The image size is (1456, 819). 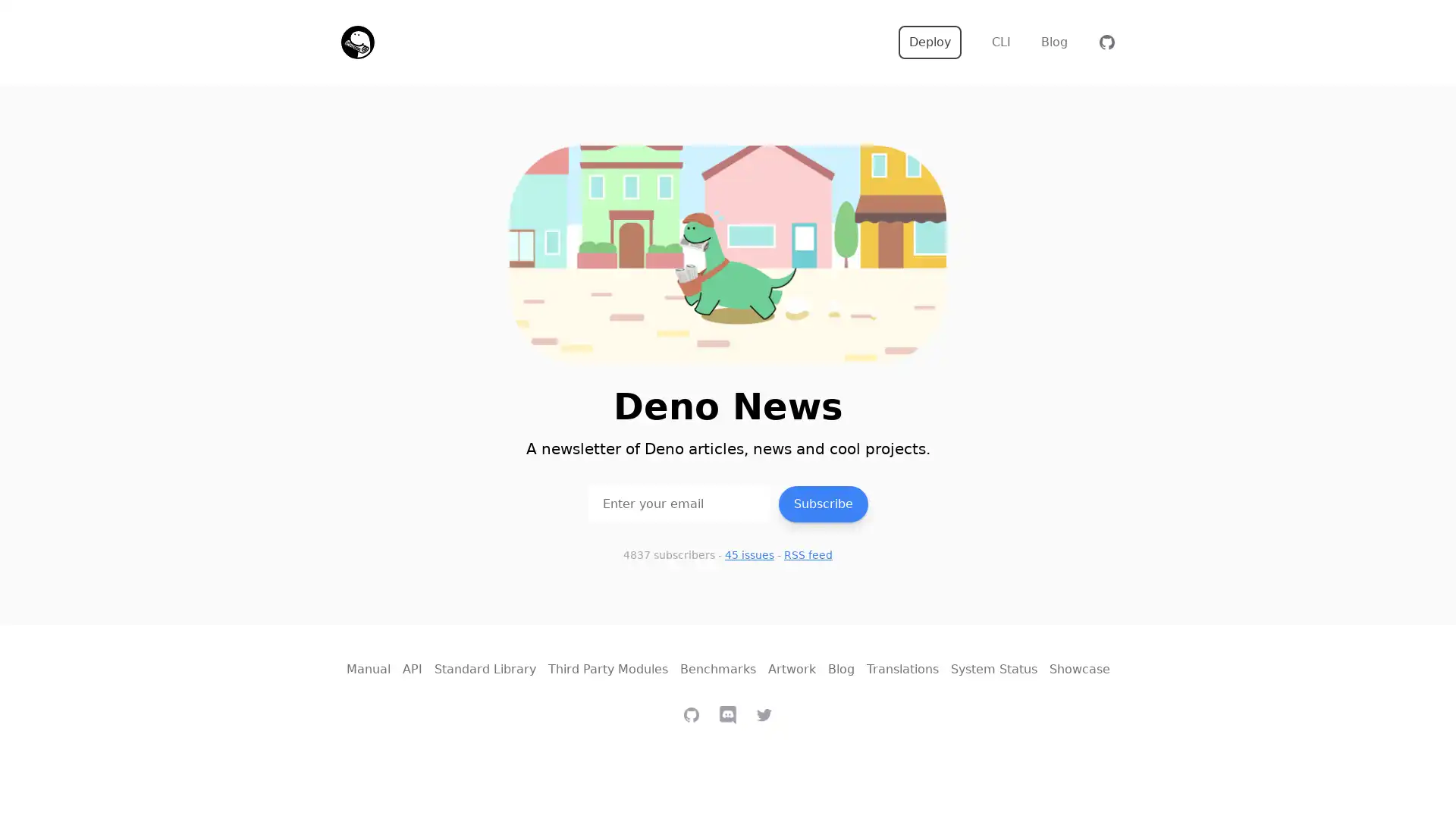 What do you see at coordinates (822, 503) in the screenshot?
I see `Subscribe` at bounding box center [822, 503].